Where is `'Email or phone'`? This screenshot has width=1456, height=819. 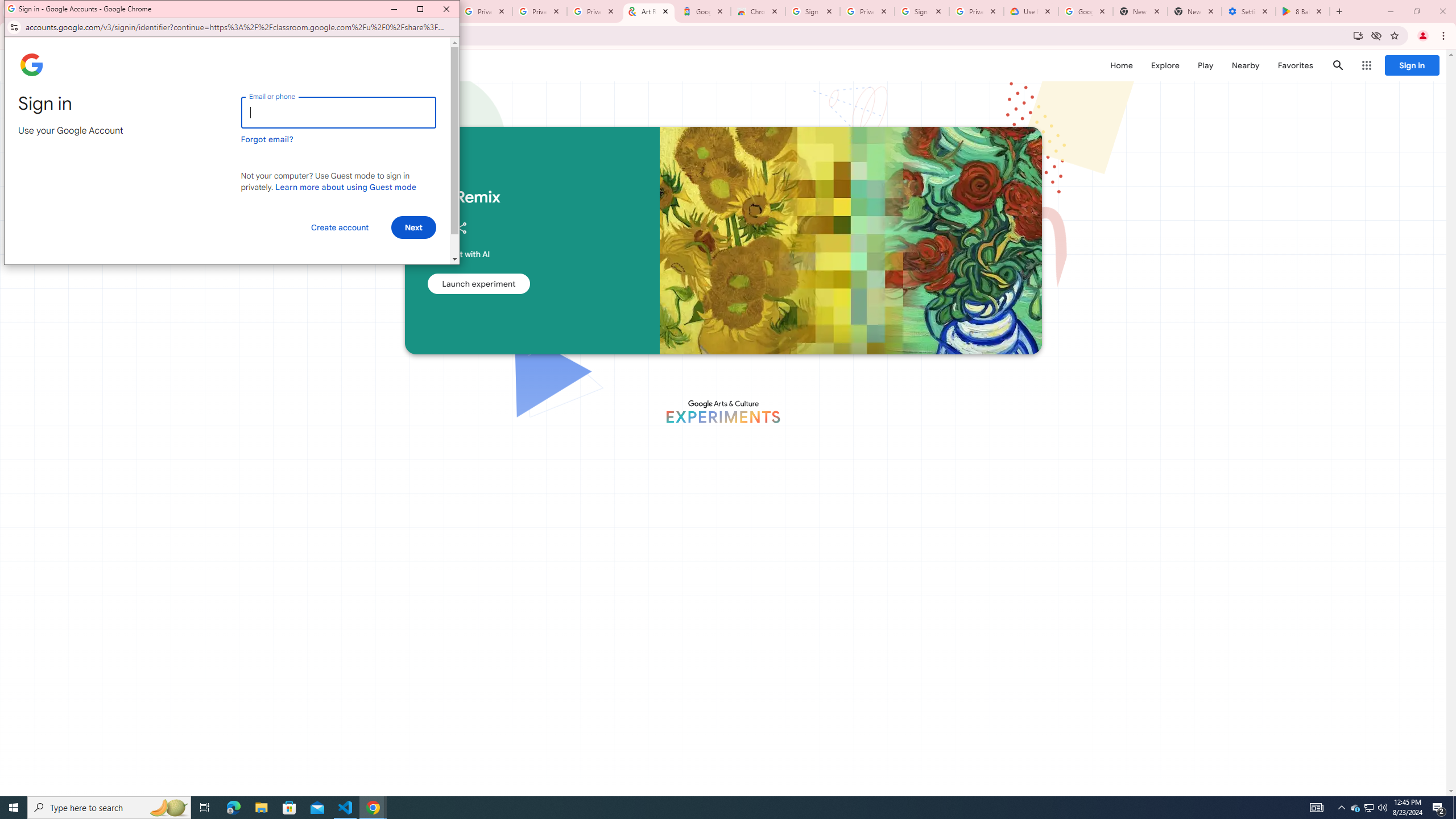
'Email or phone' is located at coordinates (338, 113).